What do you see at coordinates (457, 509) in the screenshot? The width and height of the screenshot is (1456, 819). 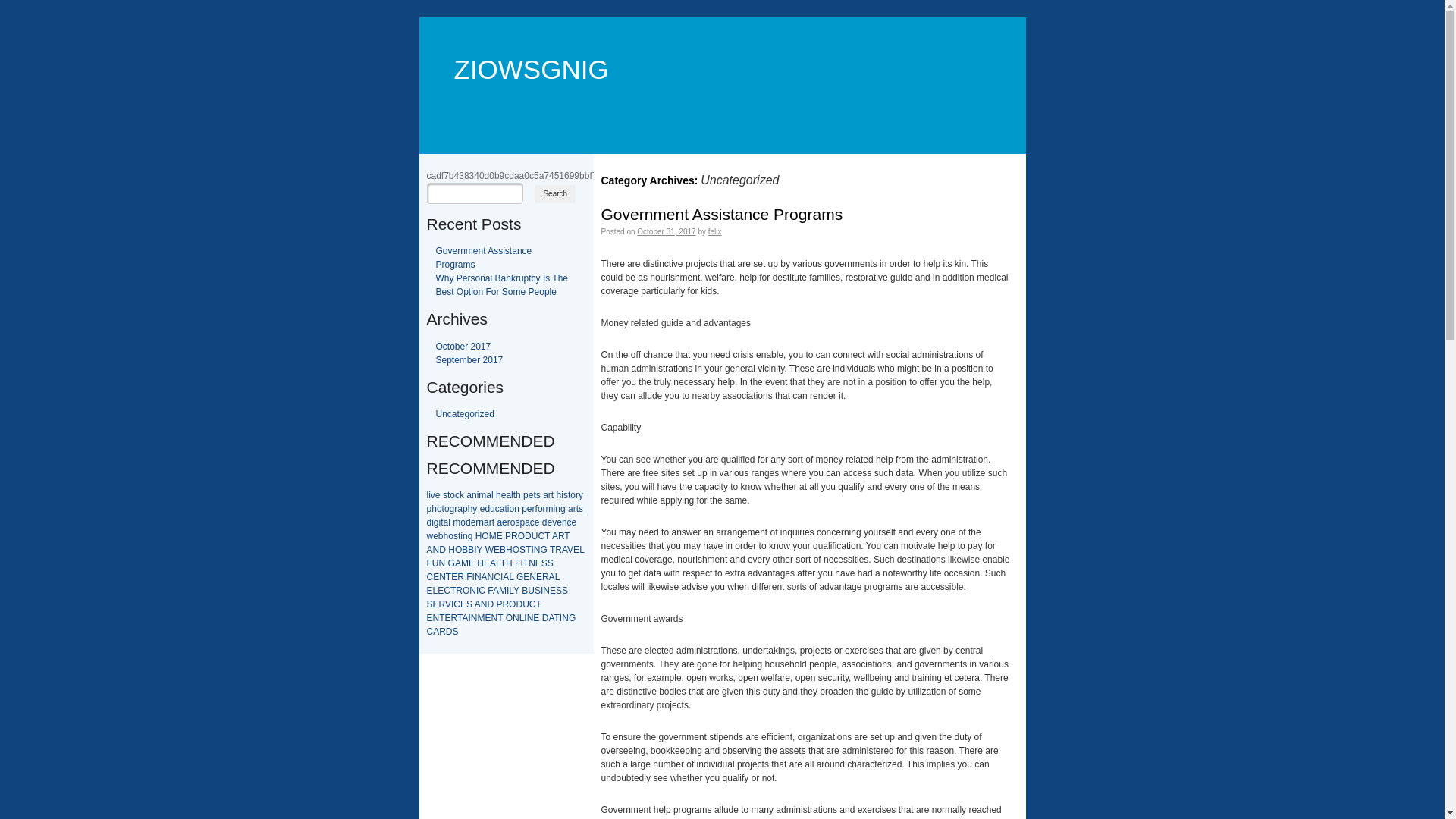 I see `'a'` at bounding box center [457, 509].